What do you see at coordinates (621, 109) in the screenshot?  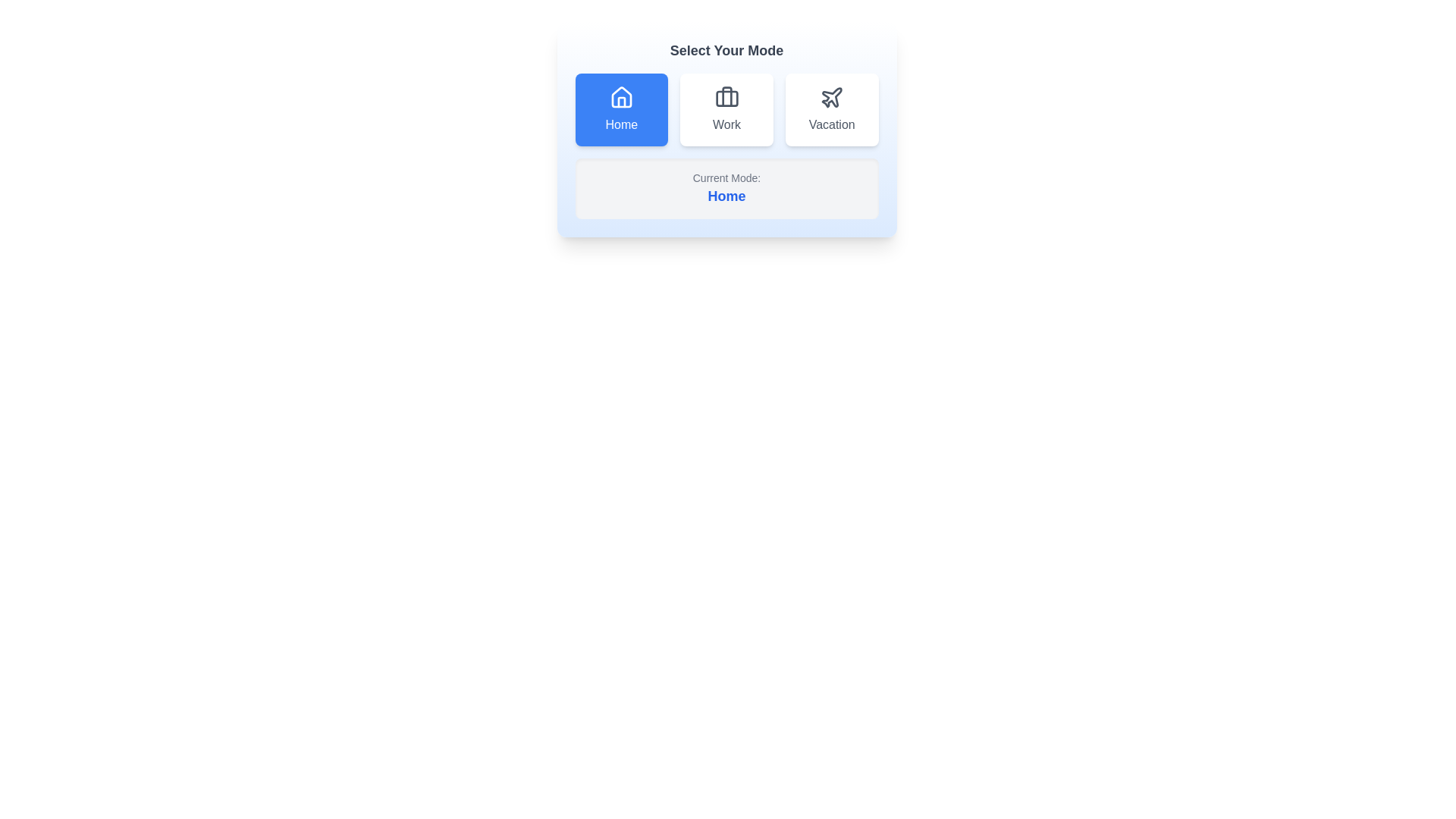 I see `the button corresponding to Home to select it` at bounding box center [621, 109].